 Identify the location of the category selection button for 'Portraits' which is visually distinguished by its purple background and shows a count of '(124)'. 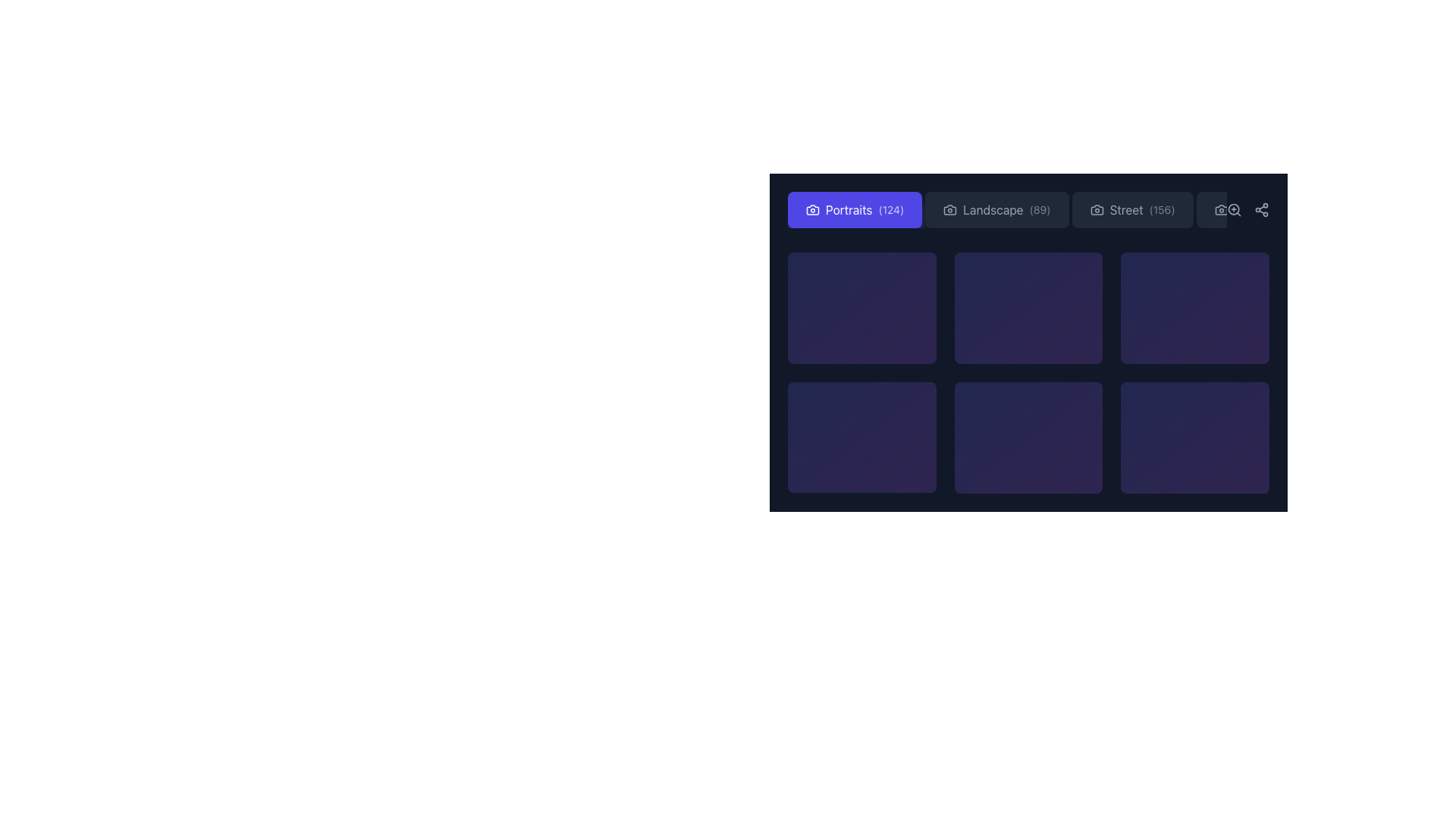
(855, 210).